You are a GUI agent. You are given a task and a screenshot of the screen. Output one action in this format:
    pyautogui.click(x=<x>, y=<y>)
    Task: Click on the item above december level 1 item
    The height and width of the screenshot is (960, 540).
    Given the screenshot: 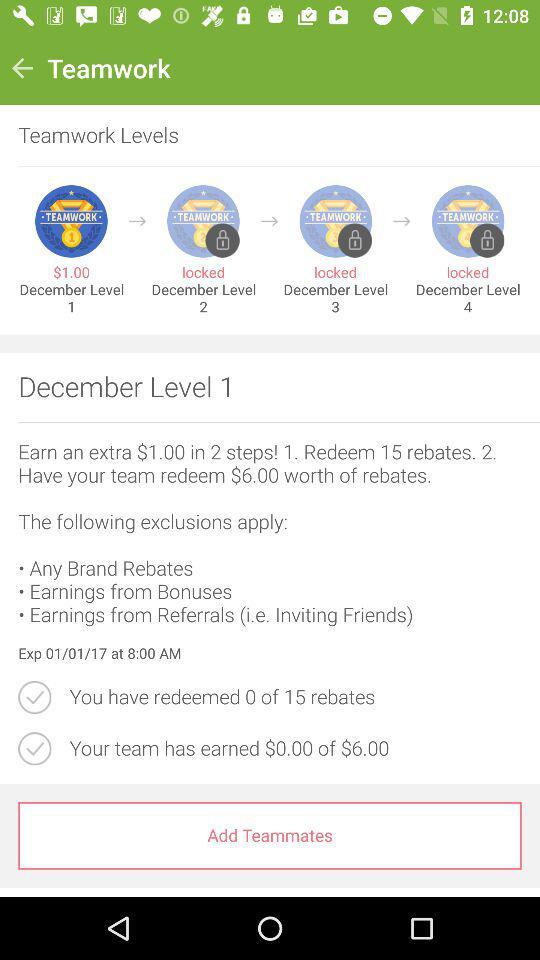 What is the action you would take?
    pyautogui.click(x=136, y=221)
    